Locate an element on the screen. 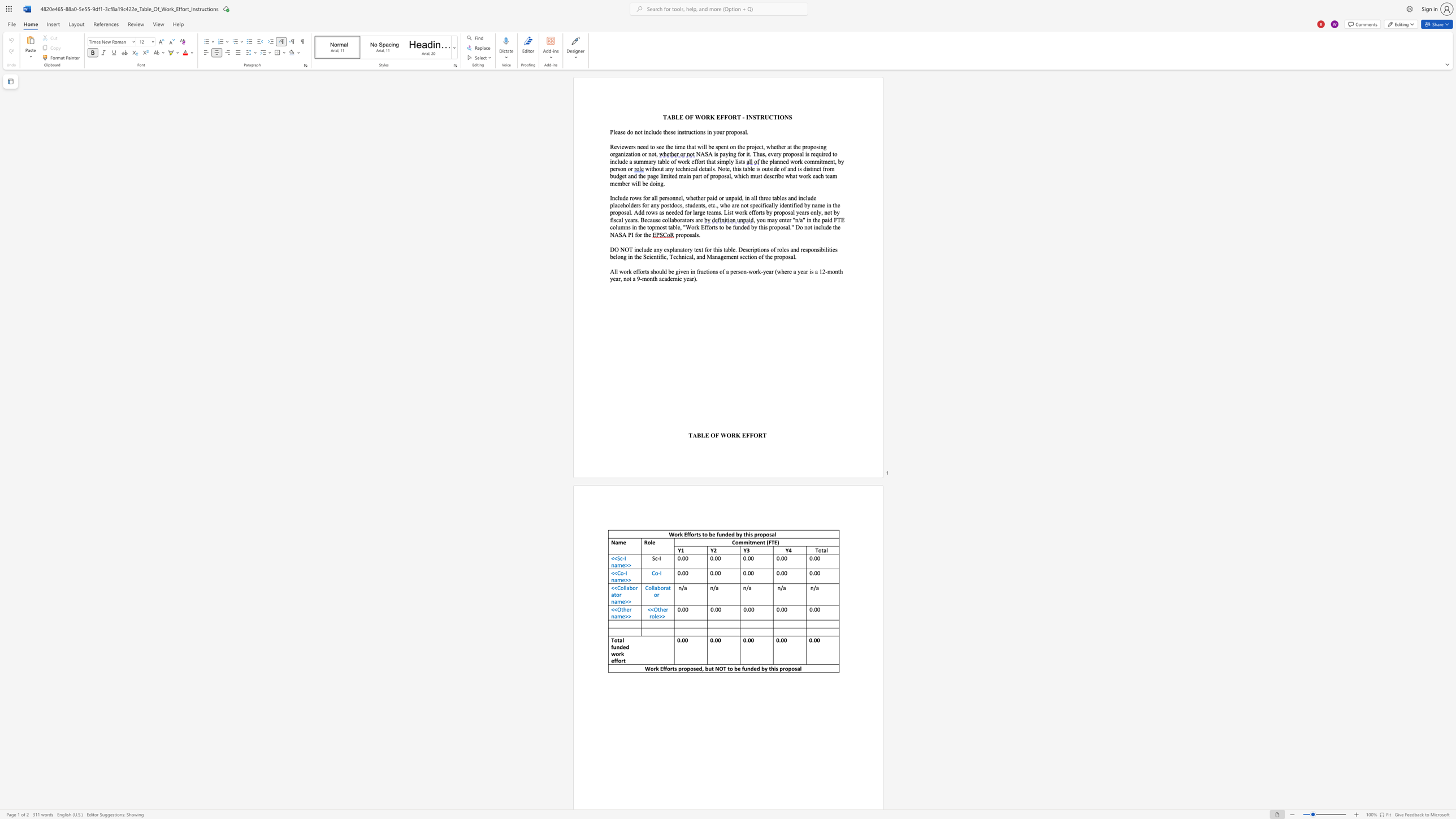 This screenshot has width=1456, height=819. the subset text "ato" within the text "Collaborator" is located at coordinates (665, 587).